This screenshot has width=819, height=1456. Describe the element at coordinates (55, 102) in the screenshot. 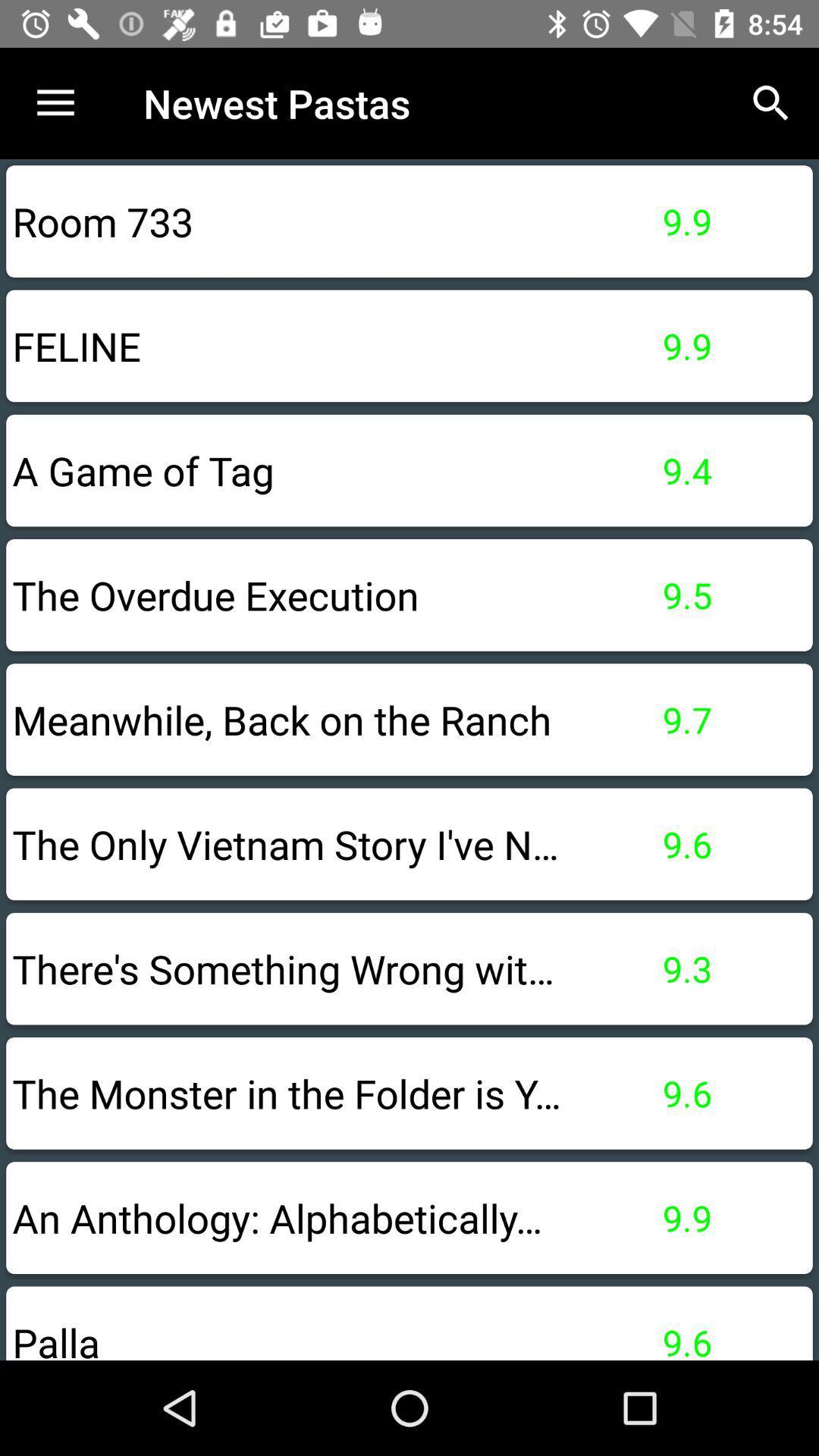

I see `the item to the left of newest pastas icon` at that location.